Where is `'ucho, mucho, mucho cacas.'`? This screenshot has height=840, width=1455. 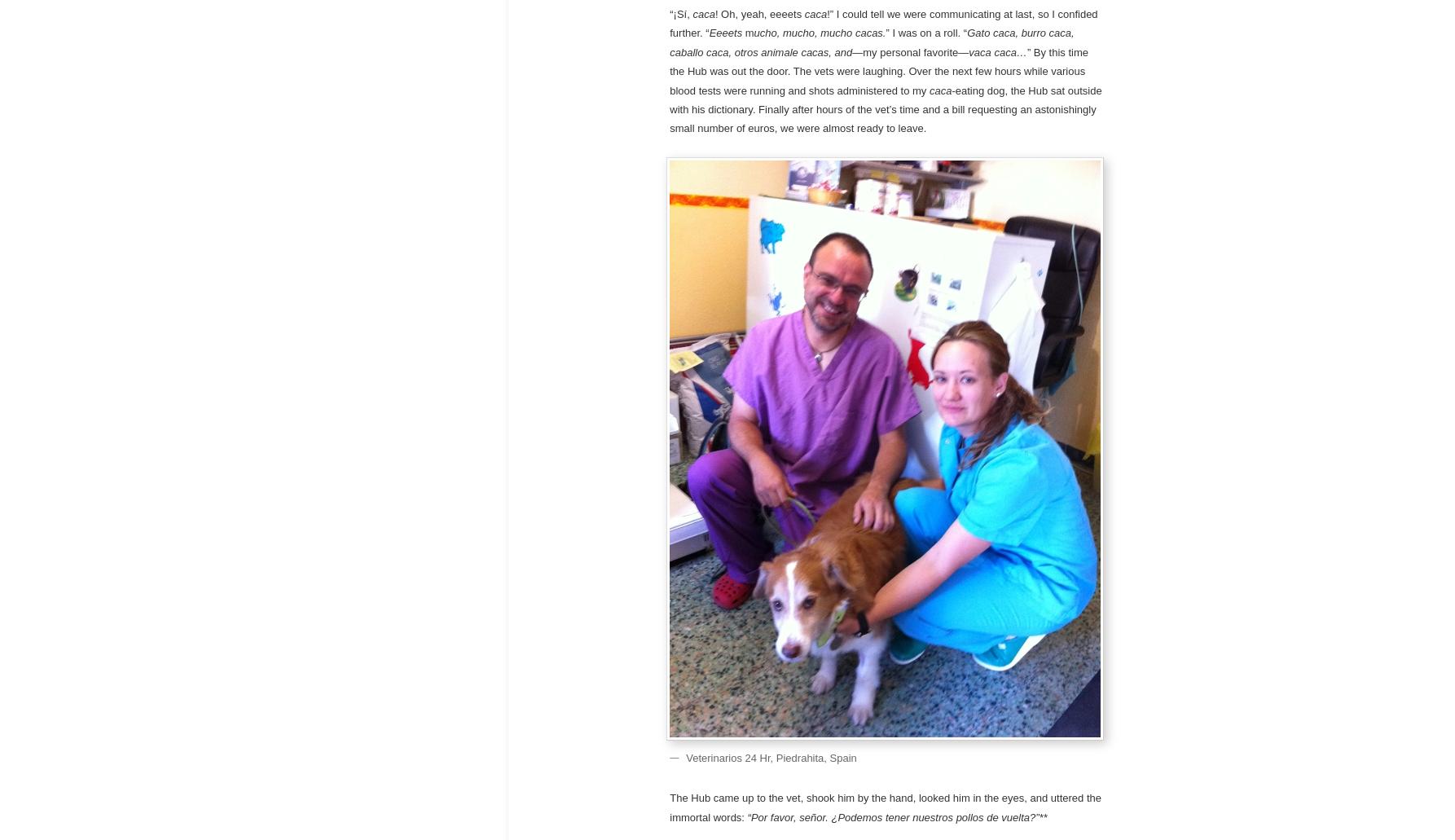
'ucho, mucho, mucho cacas.' is located at coordinates (820, 33).